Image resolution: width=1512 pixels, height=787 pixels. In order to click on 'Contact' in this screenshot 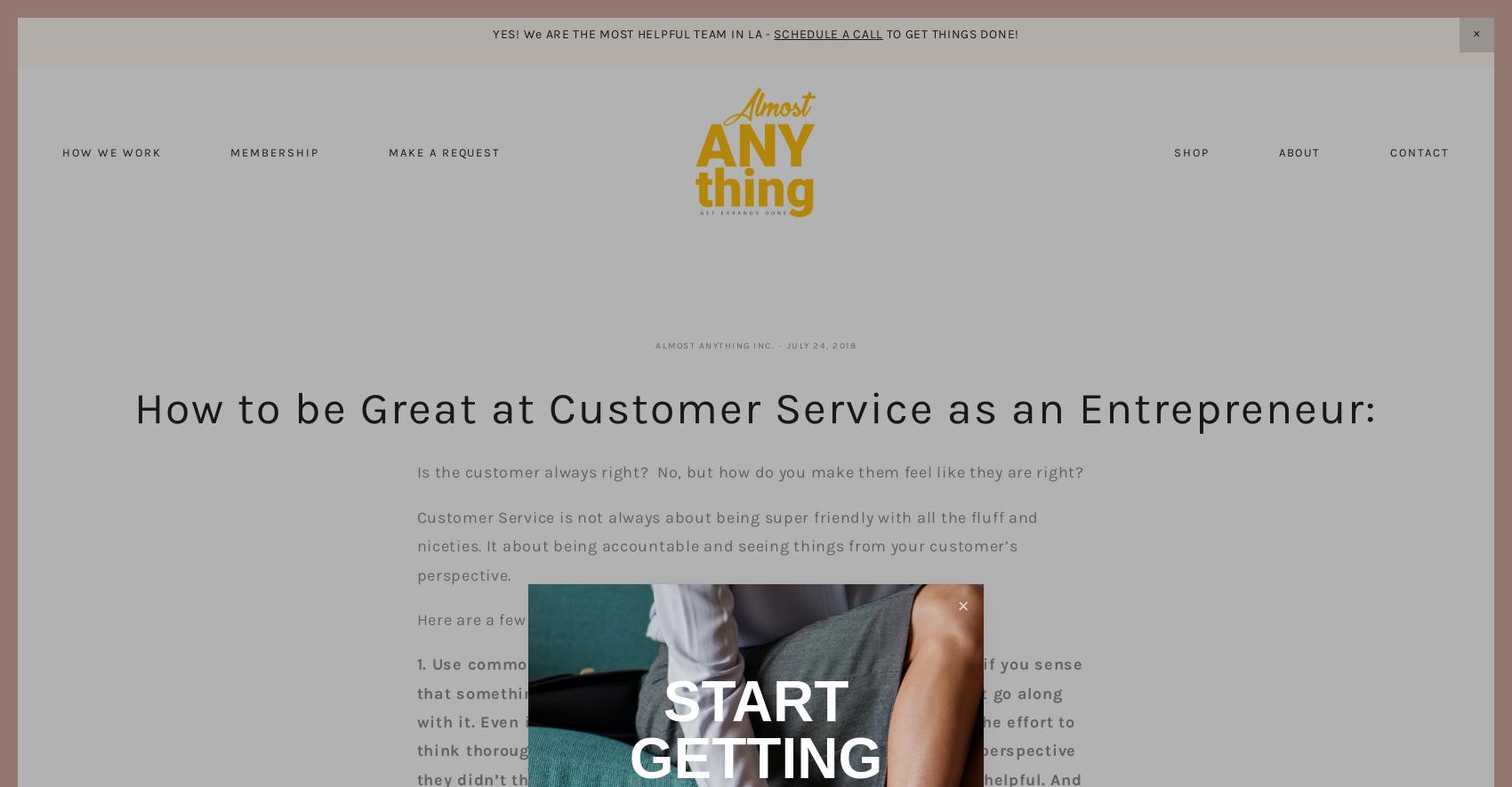, I will do `click(1419, 152)`.